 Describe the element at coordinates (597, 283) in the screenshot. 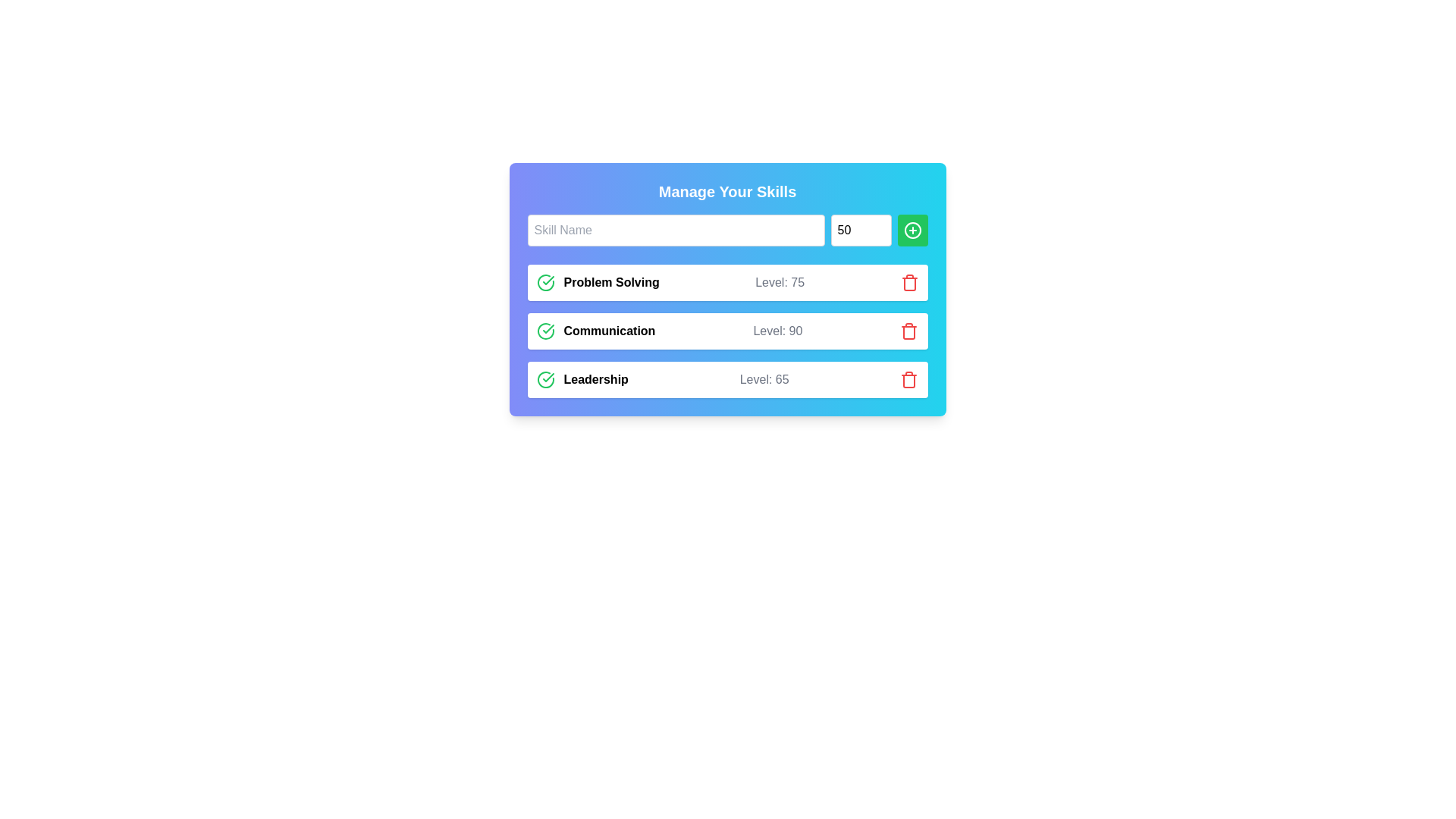

I see `the 'Problem Solving' text label with the green circular checkmark icon through accessibility navigation` at that location.